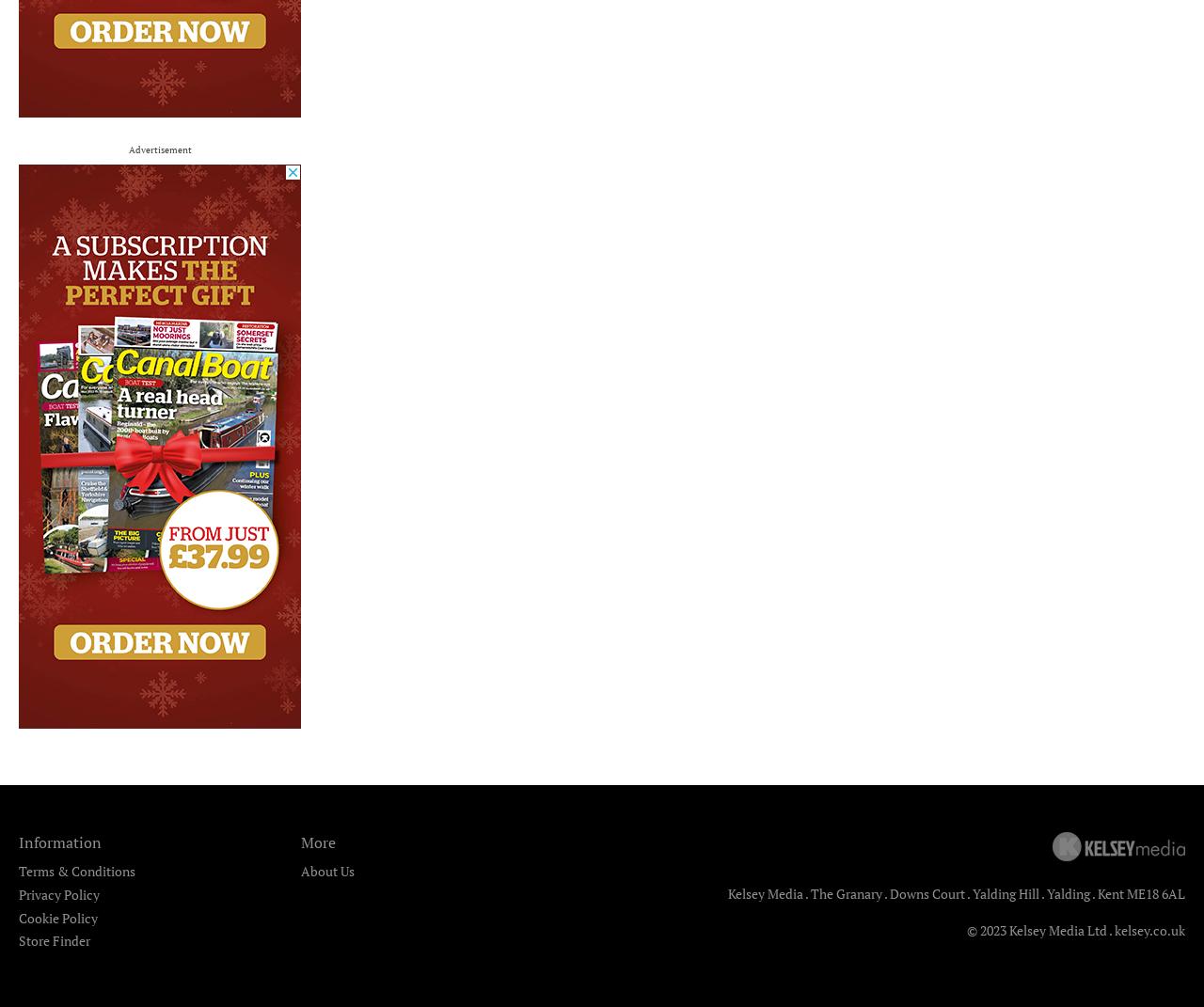  I want to click on 'Terms & Conditions', so click(76, 870).